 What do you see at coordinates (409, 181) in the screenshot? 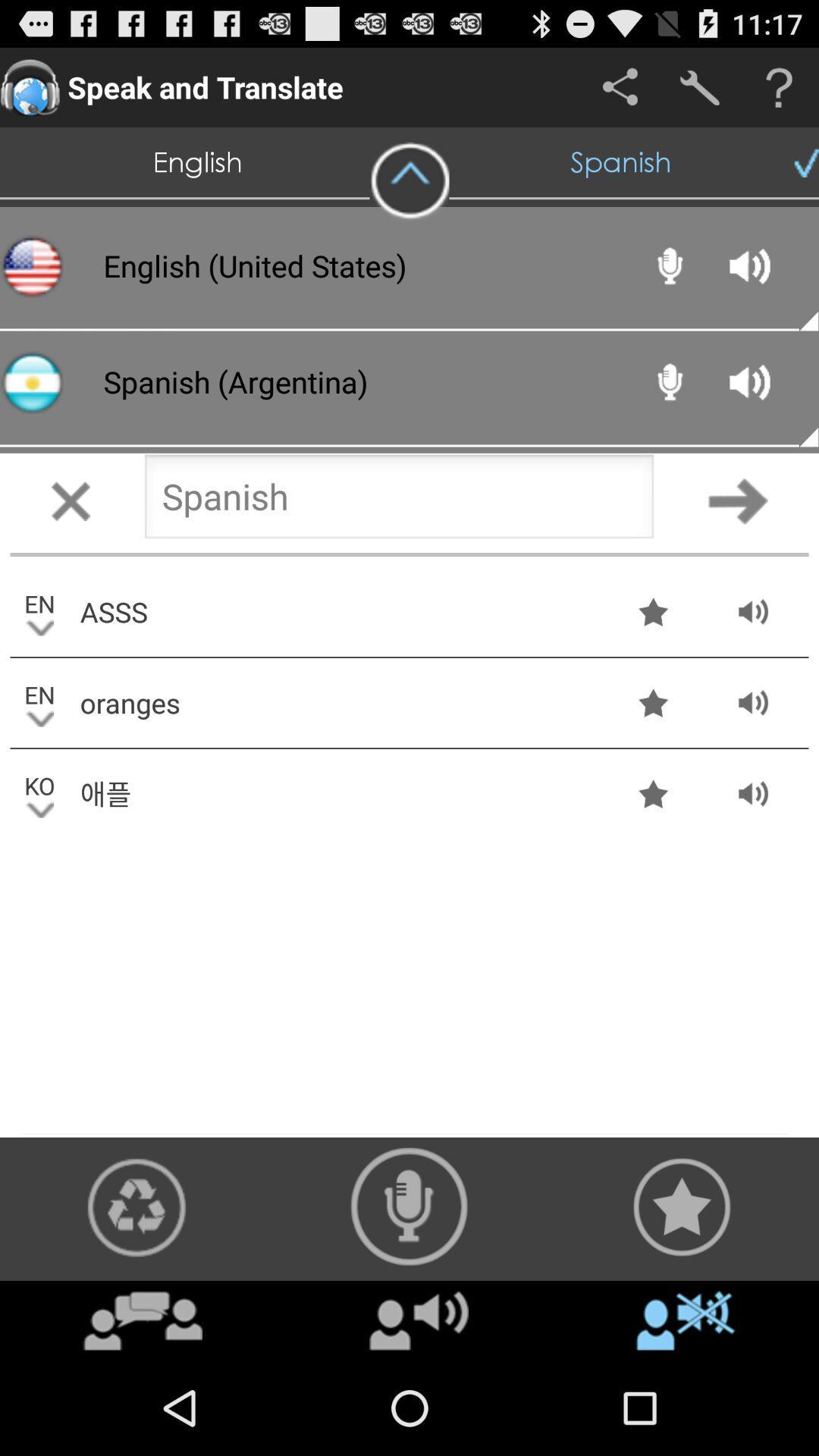
I see `item next to spanish icon` at bounding box center [409, 181].